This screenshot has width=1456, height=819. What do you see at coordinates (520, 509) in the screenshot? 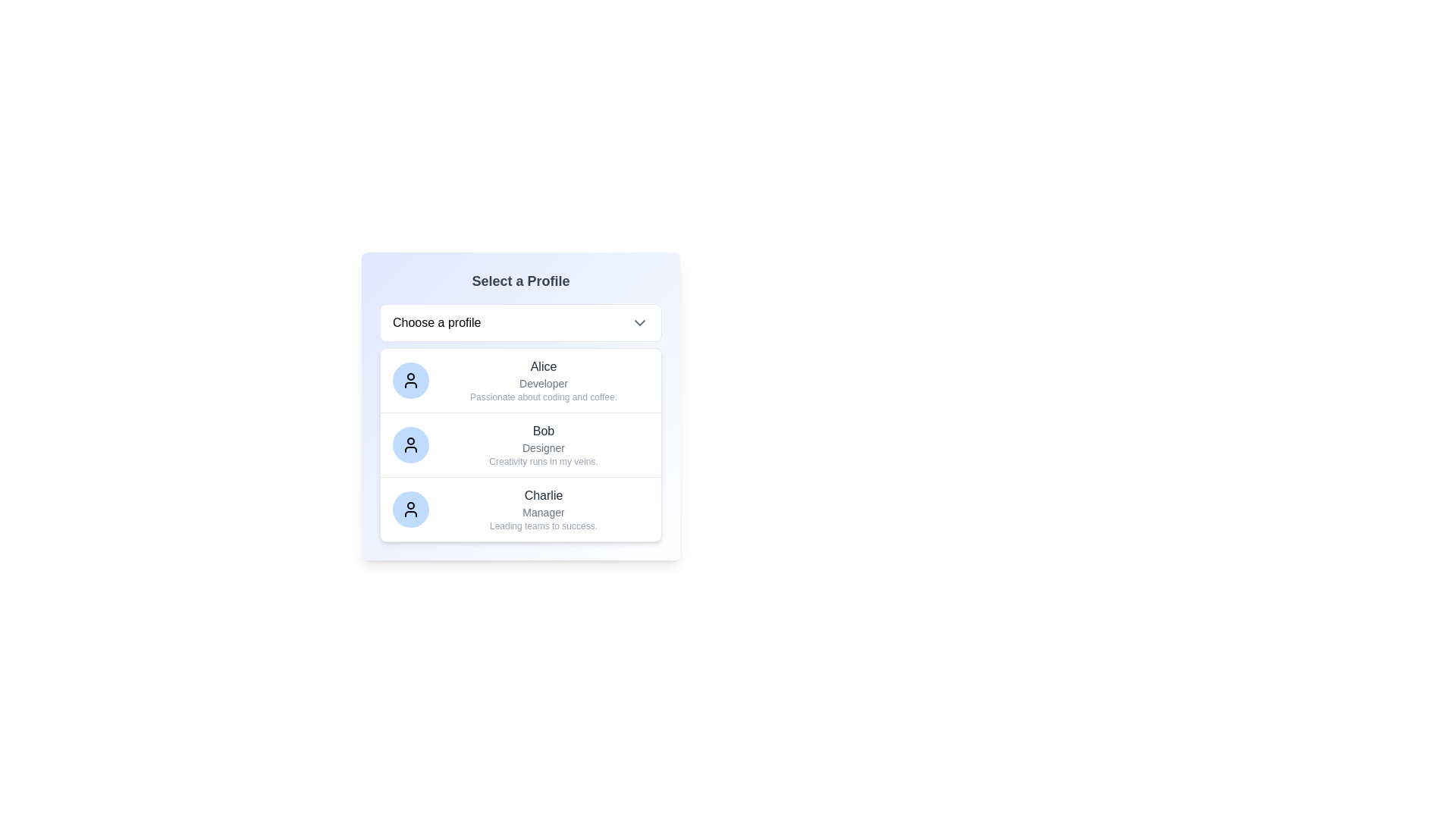
I see `the profile selection list item titled 'Charlie', which is the third entry in the list under 'Select a Profile'` at bounding box center [520, 509].